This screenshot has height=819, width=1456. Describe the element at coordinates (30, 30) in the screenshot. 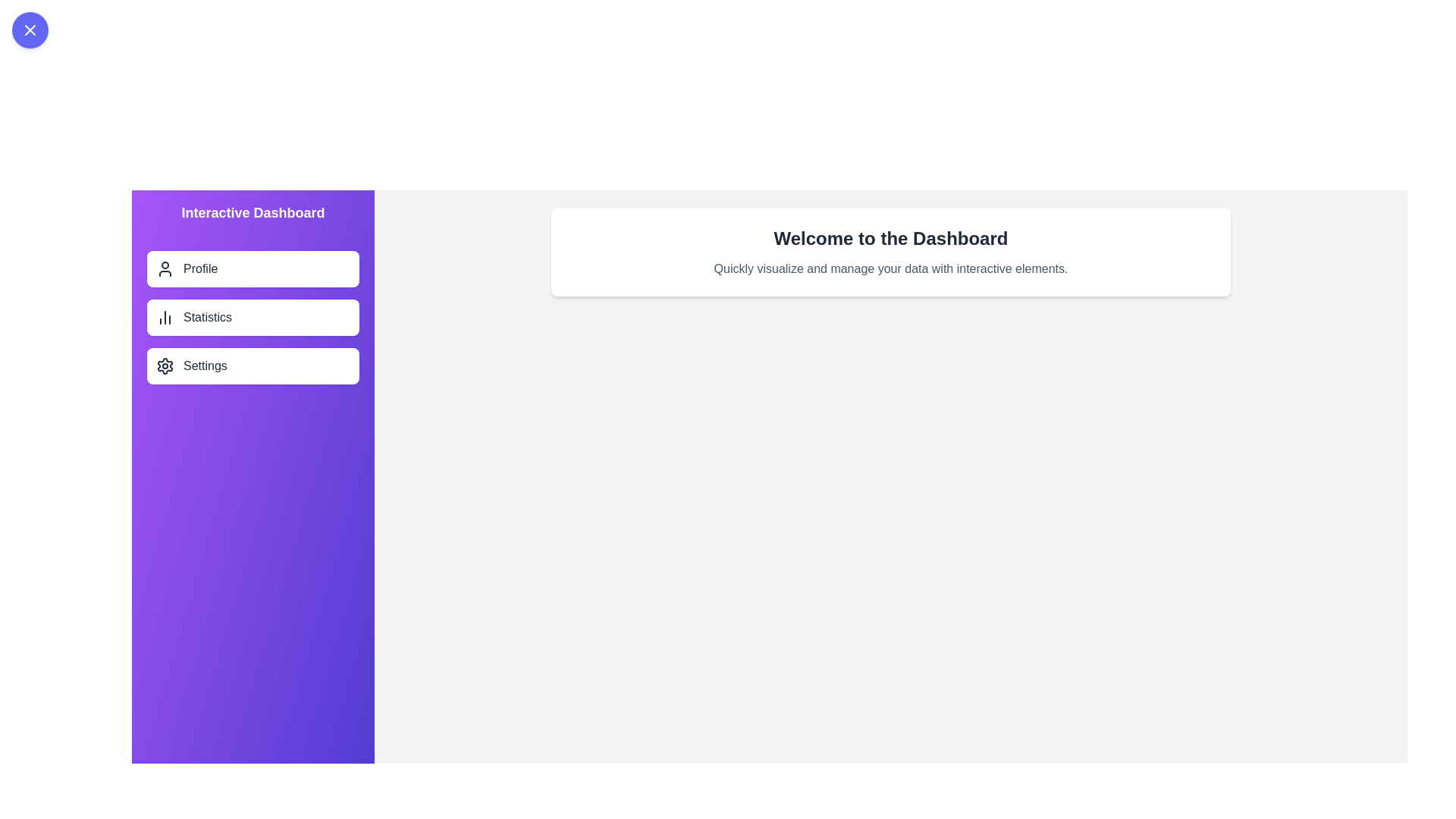

I see `the close button to toggle the sidebar visibility` at that location.